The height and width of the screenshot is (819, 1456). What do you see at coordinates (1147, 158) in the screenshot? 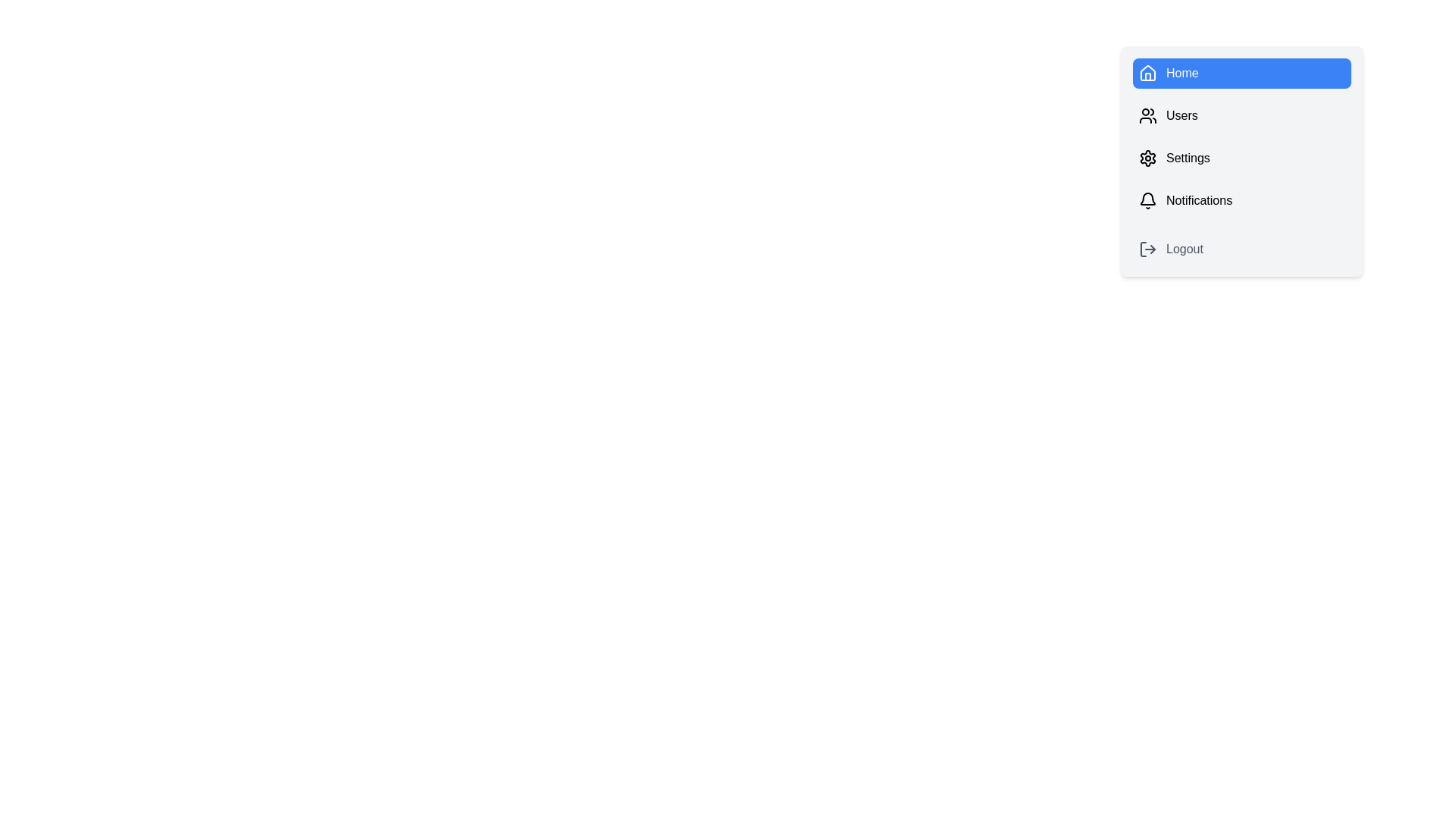
I see `the gear icon for 'Settings' located in the sidebar menu, positioned third after 'Home' and 'Users', to prepare for further interaction` at bounding box center [1147, 158].